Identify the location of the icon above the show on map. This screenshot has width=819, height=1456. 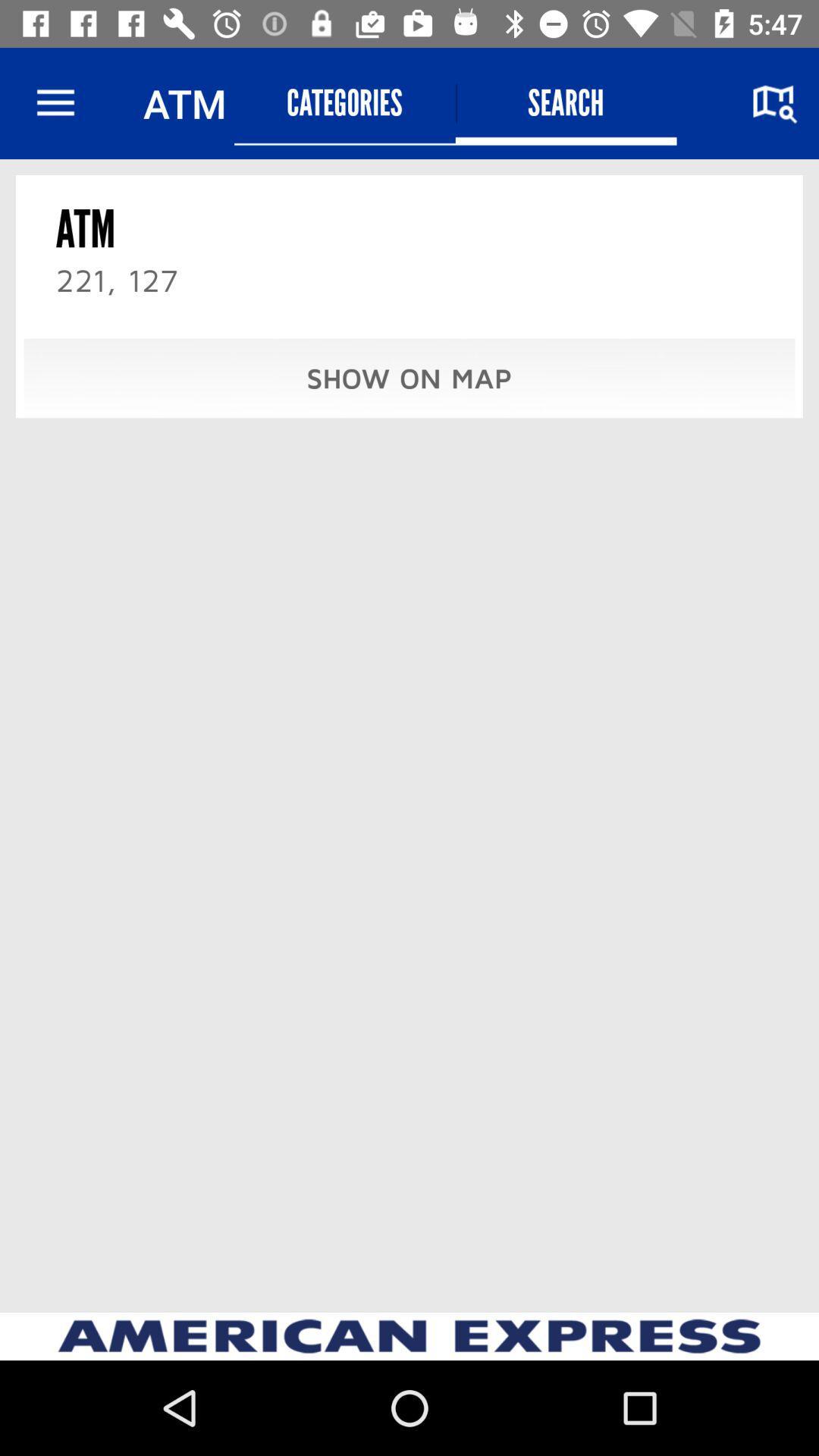
(566, 102).